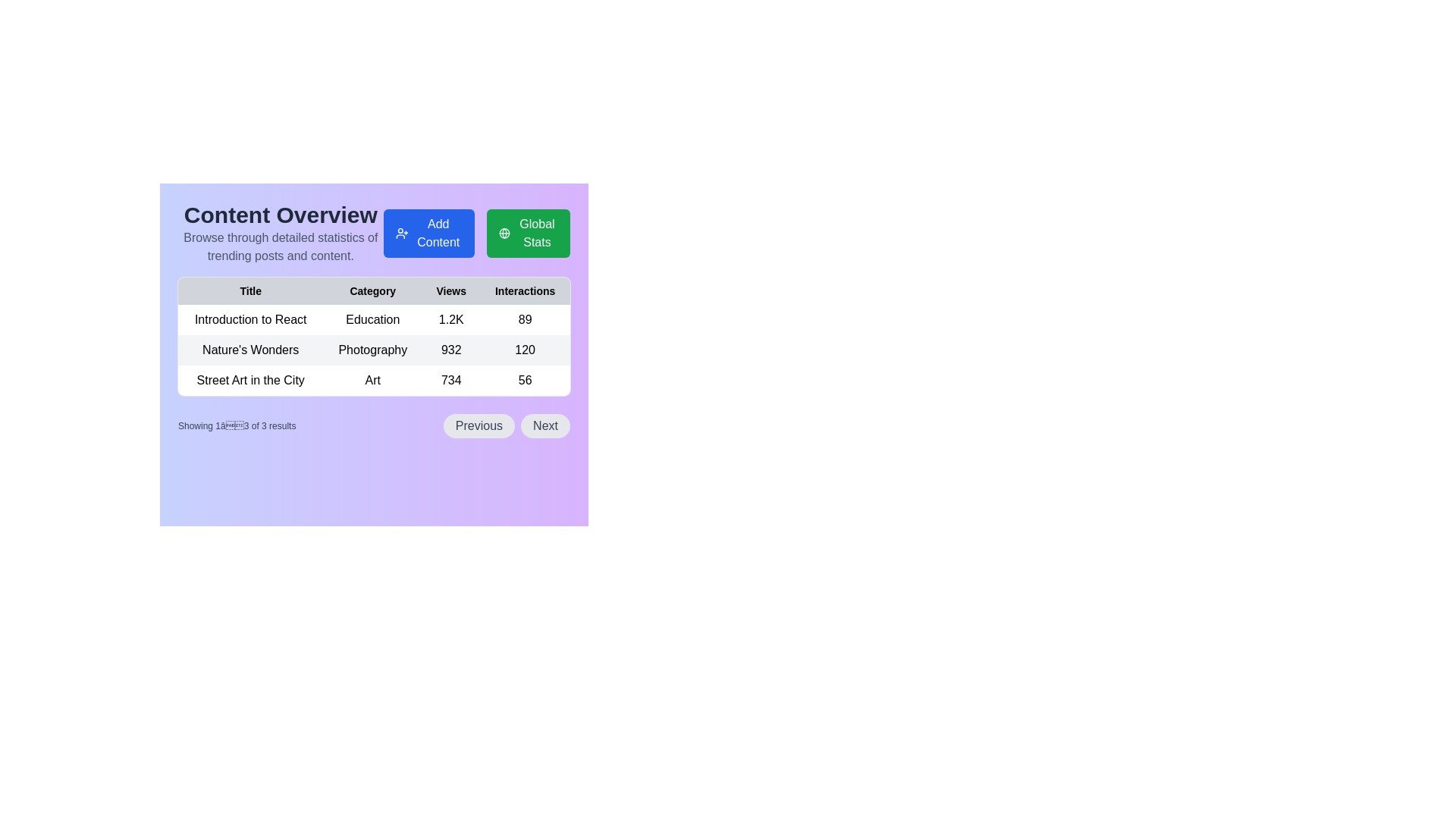 The height and width of the screenshot is (819, 1456). Describe the element at coordinates (525, 318) in the screenshot. I see `the text cell displaying the number of interactions for the 'Introduction to React' row in the table, located under the 'Interactions' column` at that location.